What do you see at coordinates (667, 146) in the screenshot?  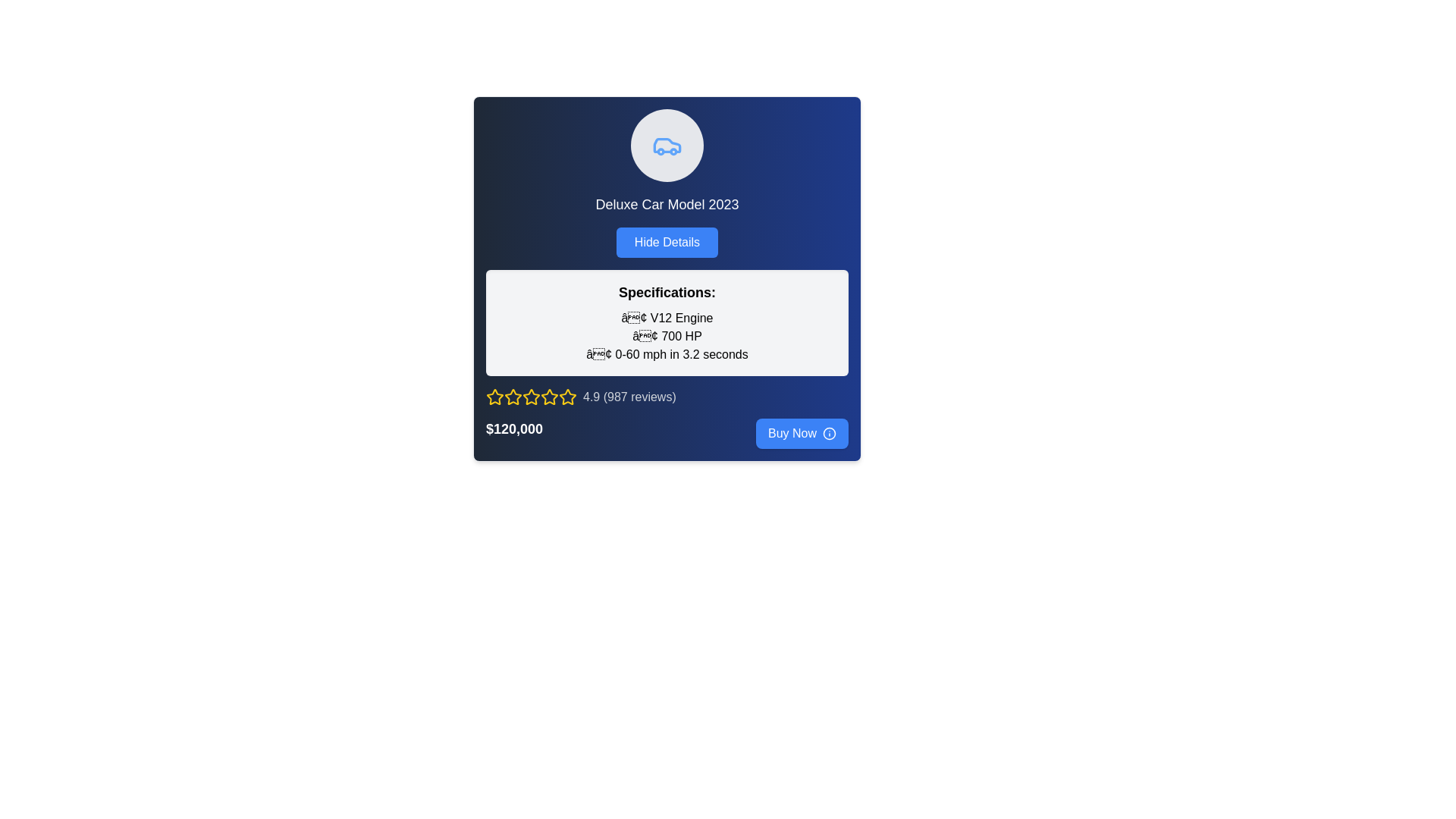 I see `the car icon located above the text 'Deluxe Car Model 2023' within the card` at bounding box center [667, 146].